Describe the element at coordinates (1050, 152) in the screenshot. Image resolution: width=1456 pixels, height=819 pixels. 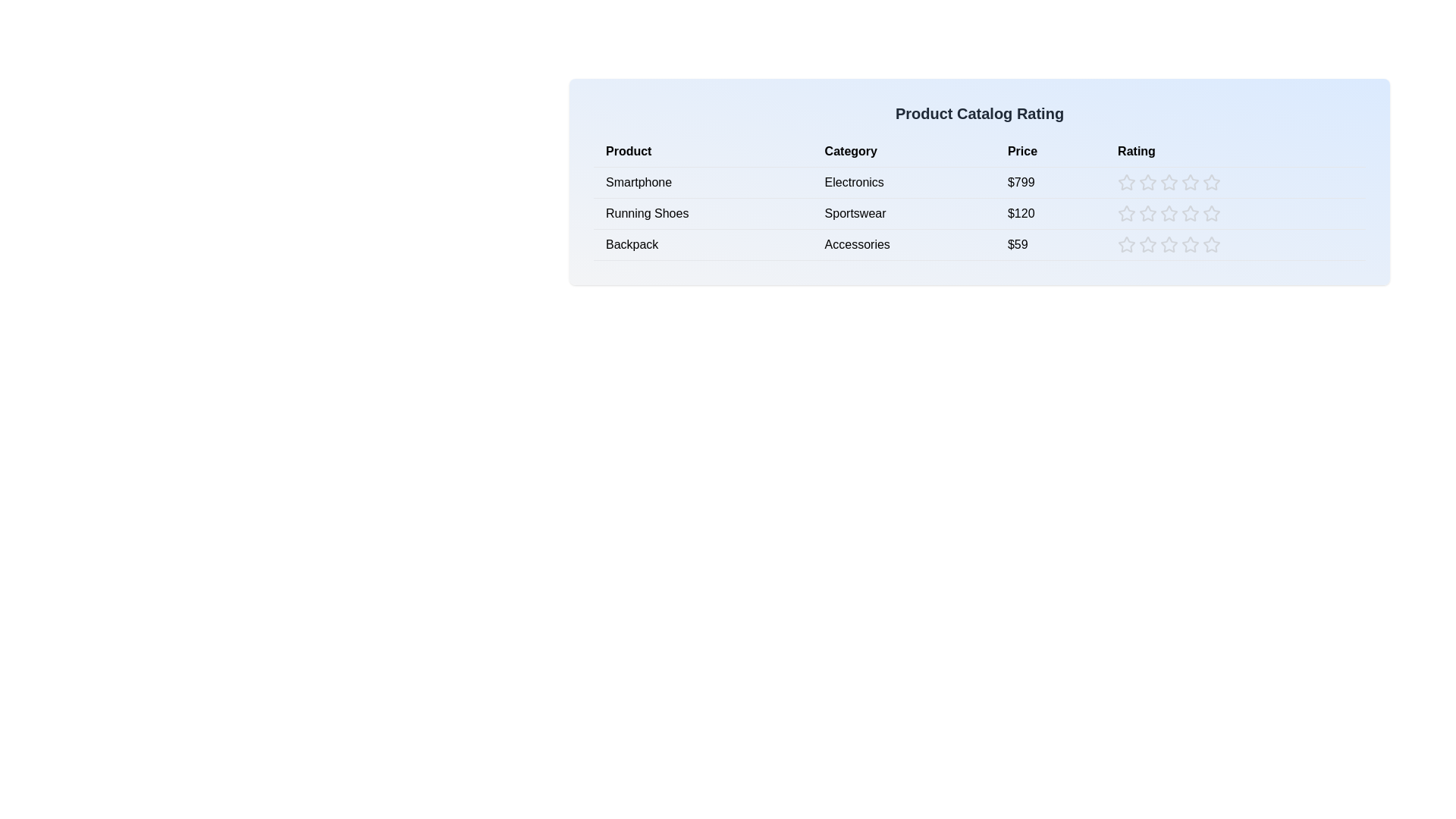
I see `the Price column header to sort the table by that column` at that location.